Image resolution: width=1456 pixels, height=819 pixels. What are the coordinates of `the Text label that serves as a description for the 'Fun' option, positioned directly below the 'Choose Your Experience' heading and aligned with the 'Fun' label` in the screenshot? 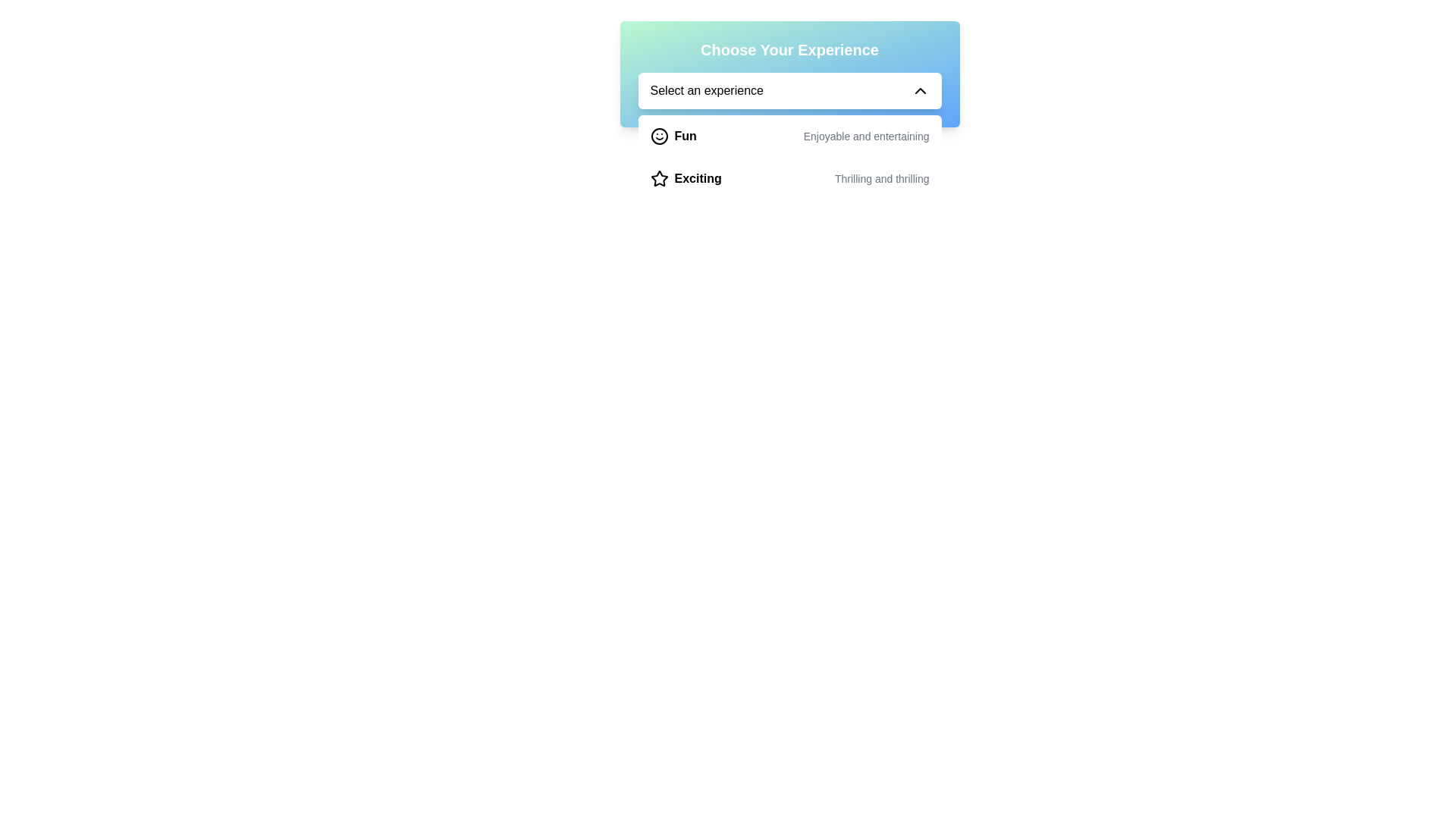 It's located at (866, 136).